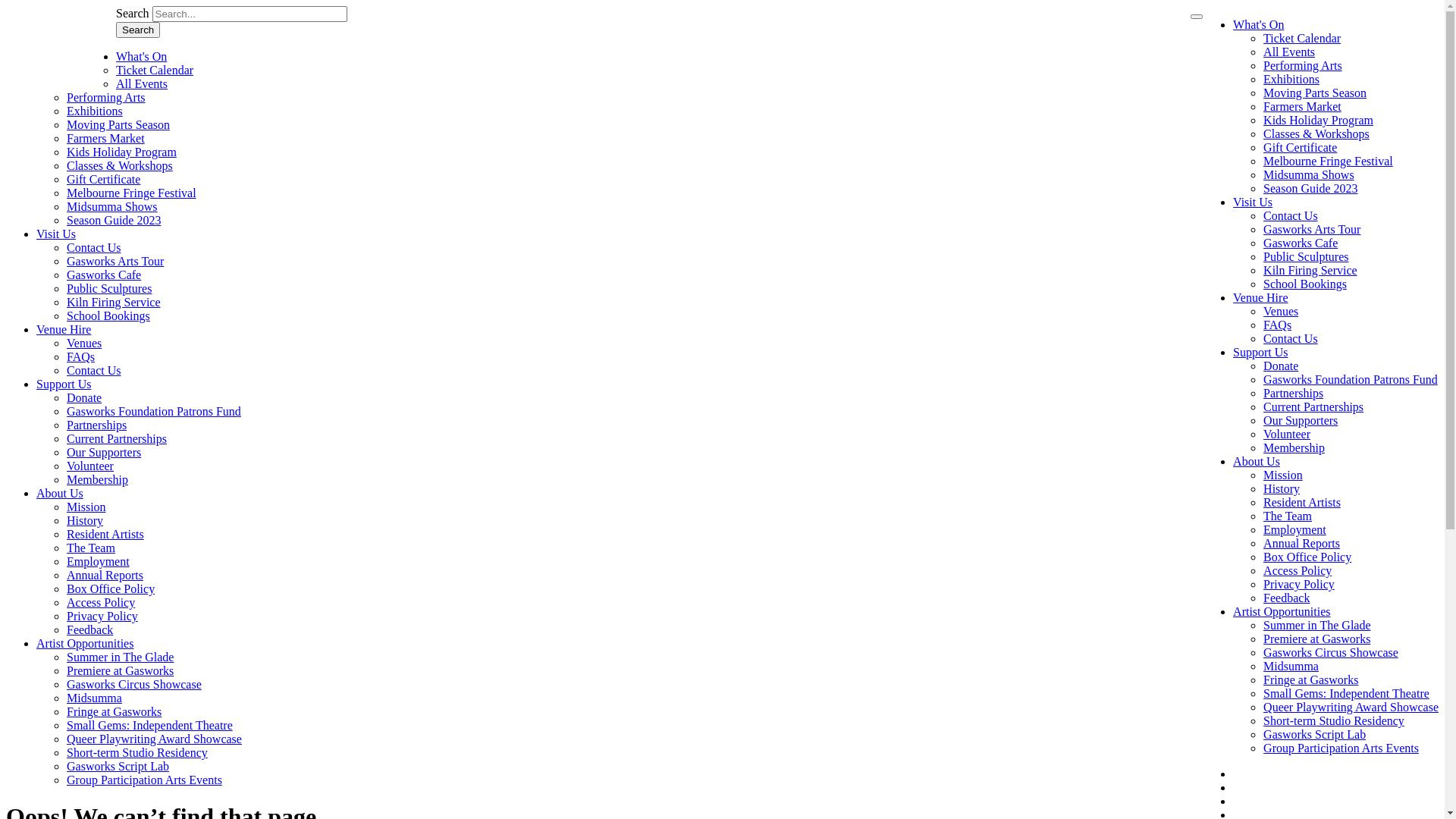 This screenshot has height=819, width=1456. What do you see at coordinates (65, 124) in the screenshot?
I see `'Moving Parts Season'` at bounding box center [65, 124].